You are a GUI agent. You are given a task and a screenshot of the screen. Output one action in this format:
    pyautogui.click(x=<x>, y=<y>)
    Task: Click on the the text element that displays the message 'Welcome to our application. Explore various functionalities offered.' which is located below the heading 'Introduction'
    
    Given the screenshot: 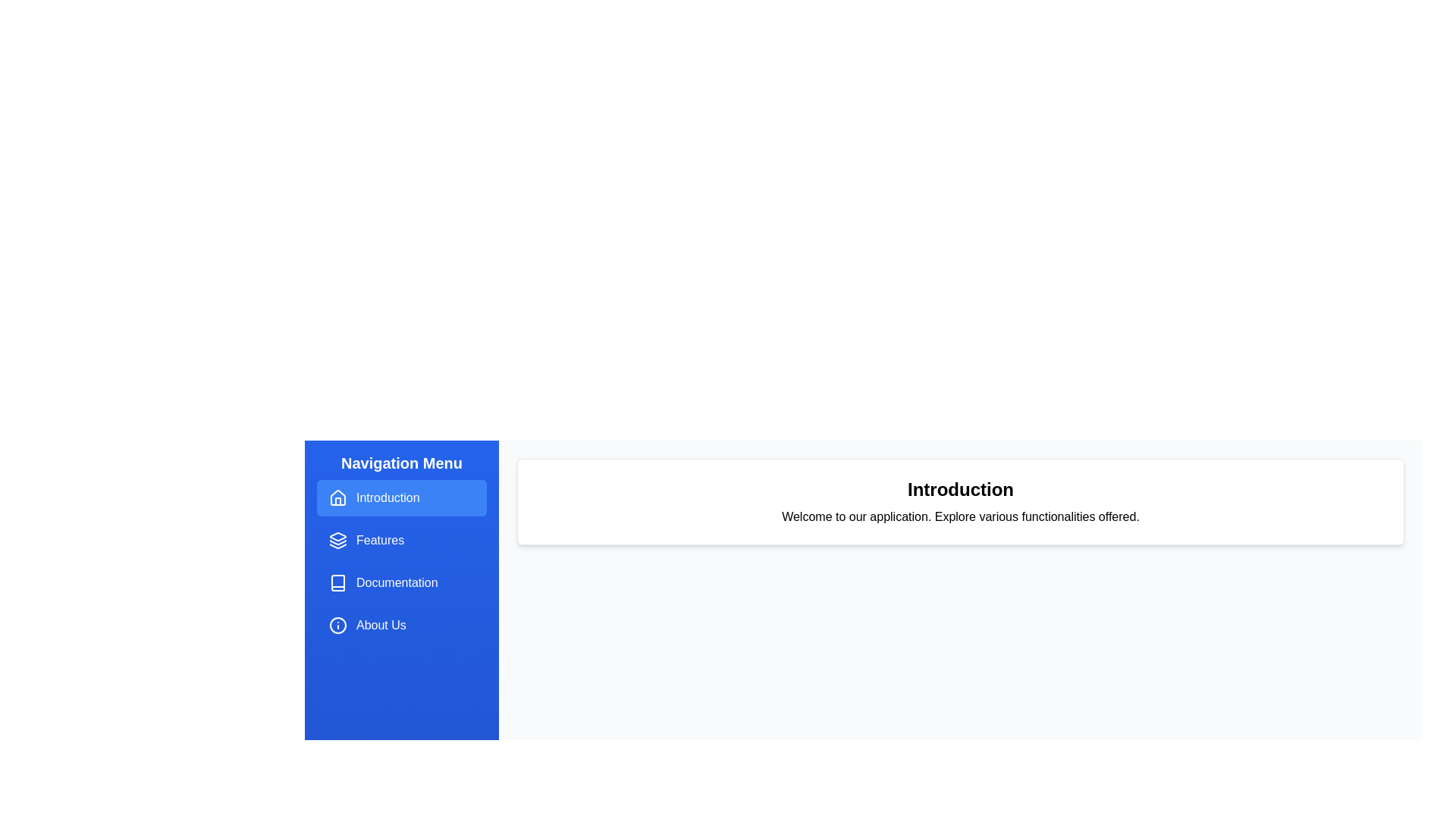 What is the action you would take?
    pyautogui.click(x=960, y=516)
    